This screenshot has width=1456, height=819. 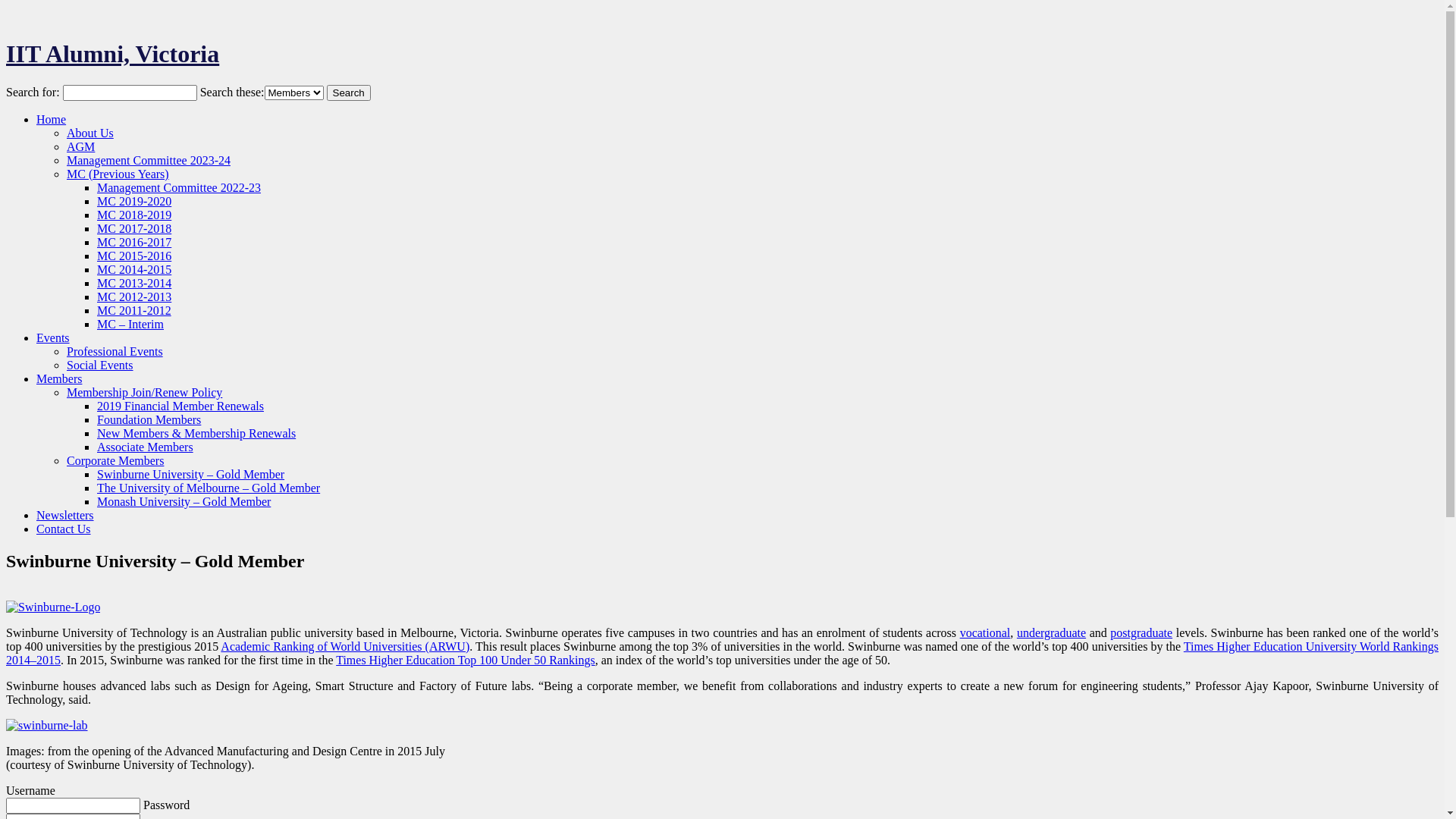 I want to click on 'postgraduate', so click(x=1110, y=632).